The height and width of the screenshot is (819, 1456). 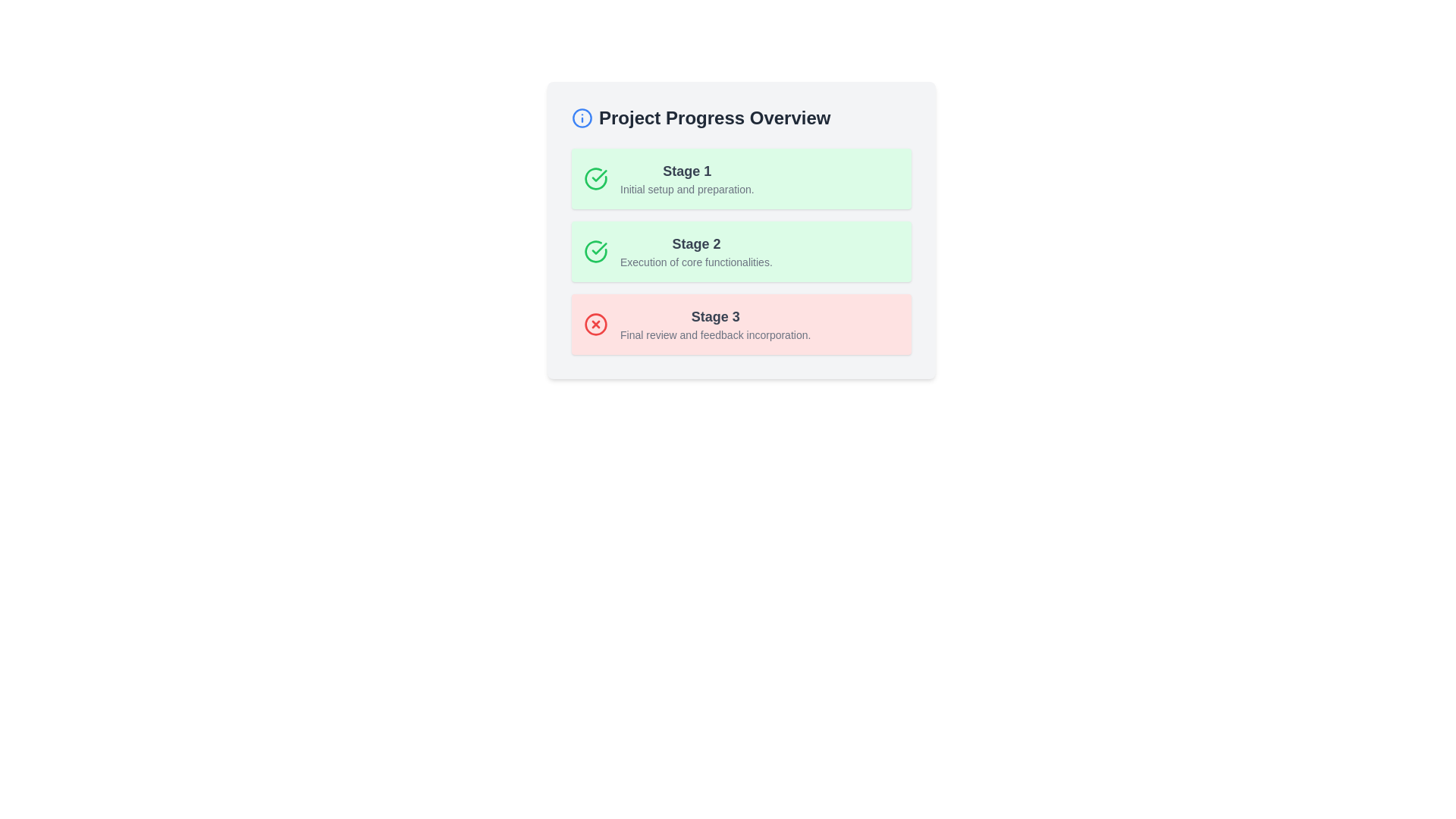 I want to click on the text label that describes the second stage of a process, which is positioned in the middle of a vertical list of three stages within a card-like layout, so click(x=695, y=250).